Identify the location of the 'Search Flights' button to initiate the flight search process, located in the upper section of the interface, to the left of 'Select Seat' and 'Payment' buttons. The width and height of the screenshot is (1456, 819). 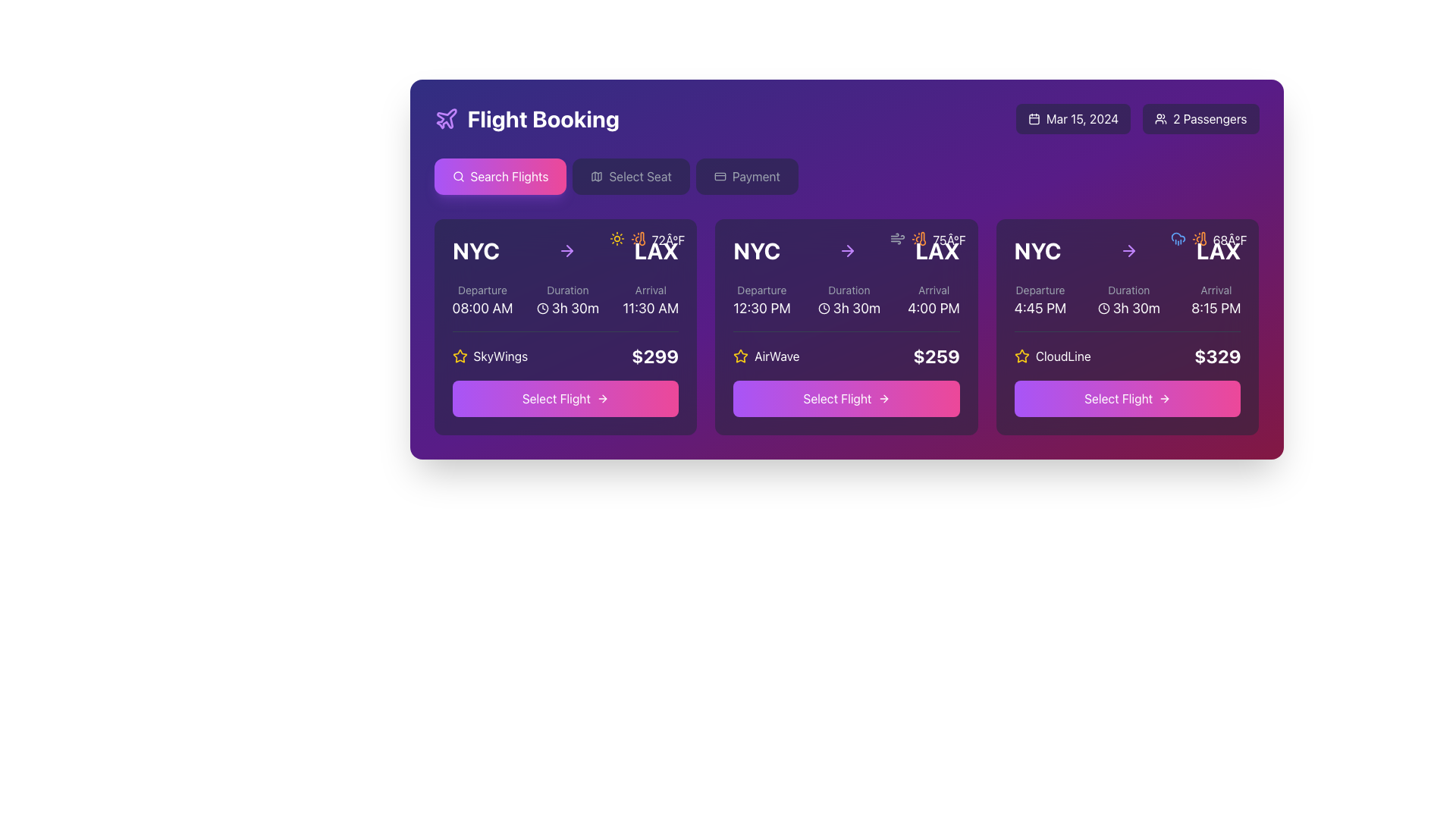
(510, 175).